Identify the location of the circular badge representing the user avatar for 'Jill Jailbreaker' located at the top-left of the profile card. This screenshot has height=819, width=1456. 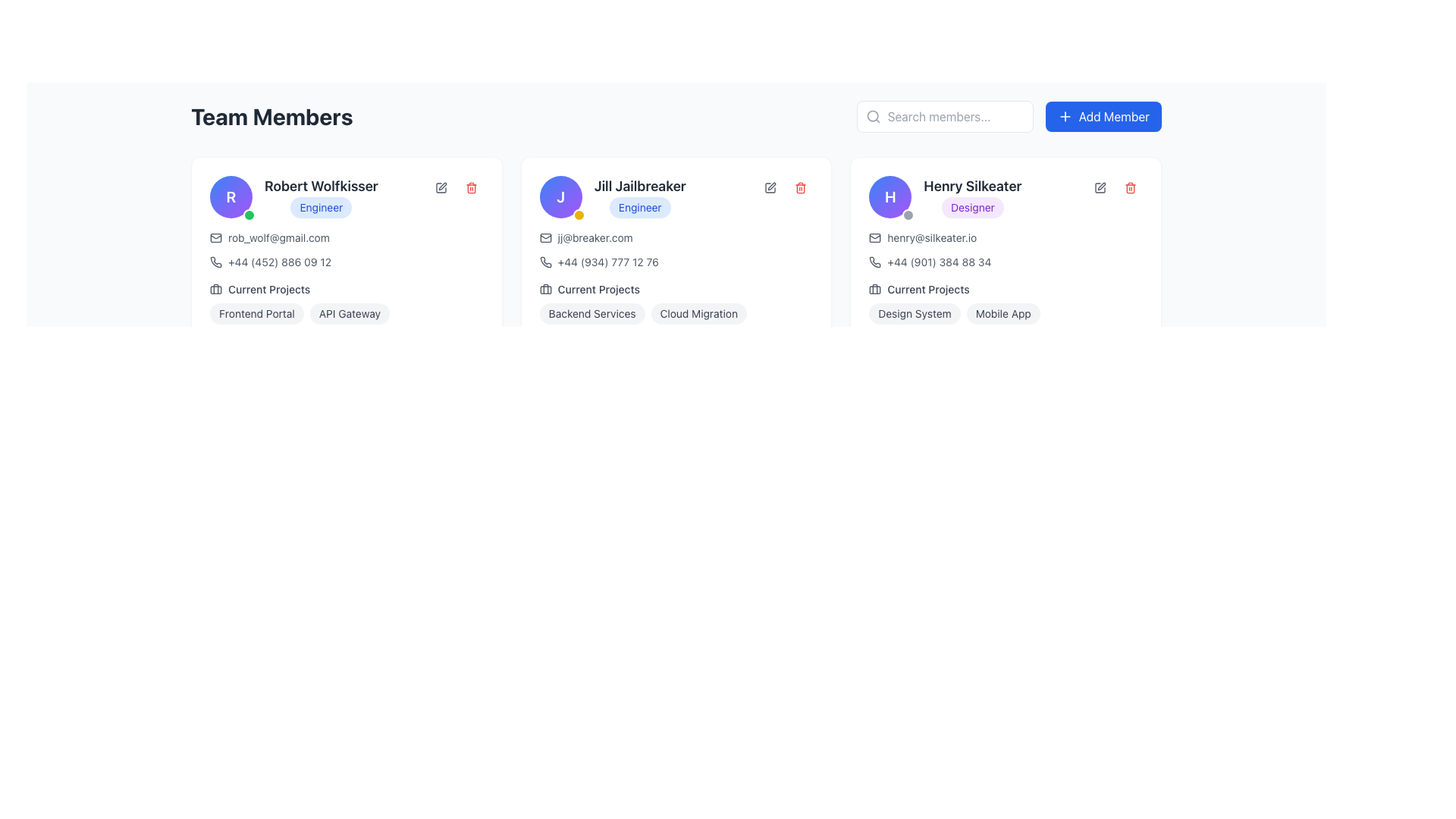
(560, 196).